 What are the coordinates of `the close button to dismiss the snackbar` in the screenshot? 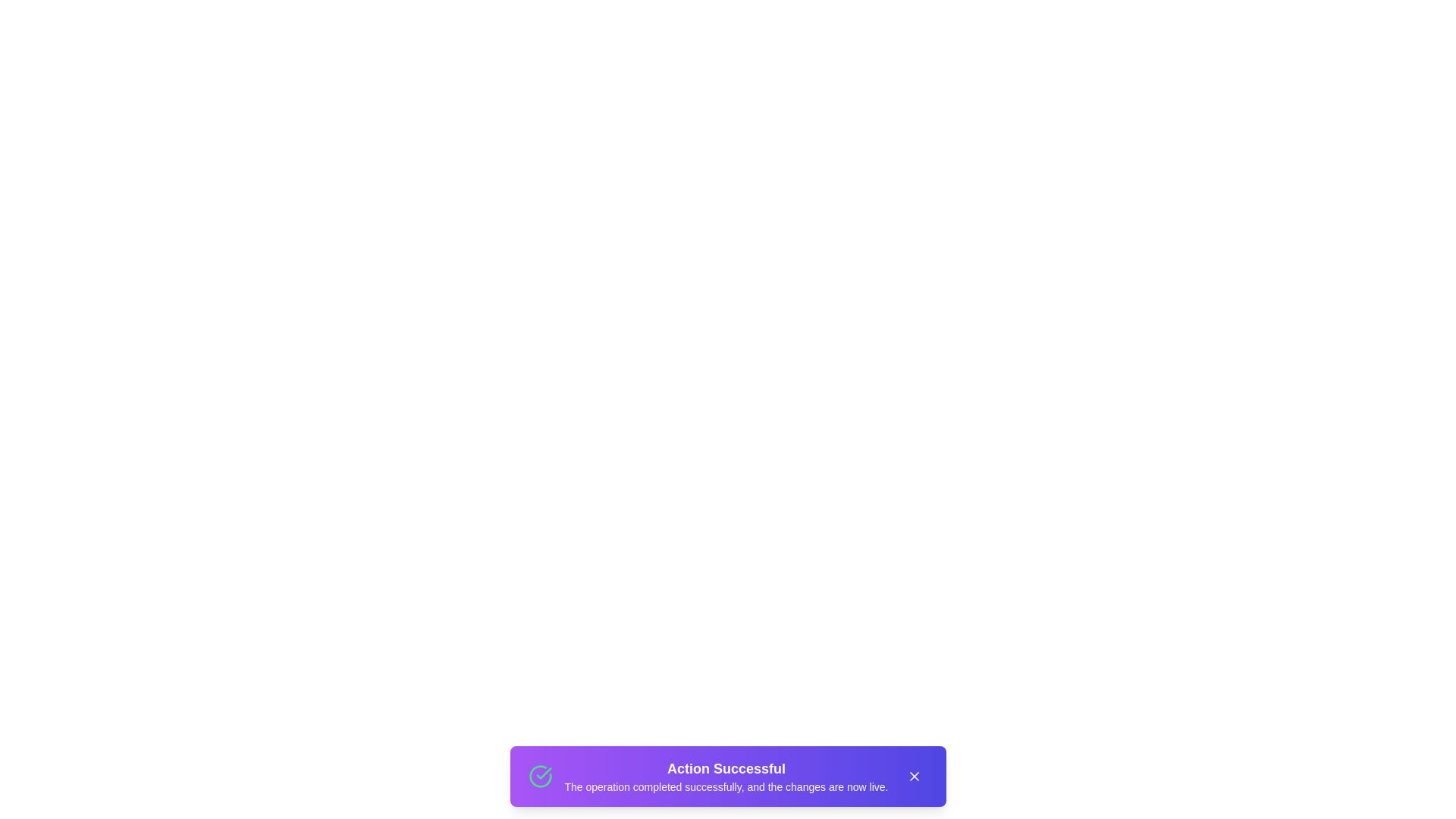 It's located at (913, 776).